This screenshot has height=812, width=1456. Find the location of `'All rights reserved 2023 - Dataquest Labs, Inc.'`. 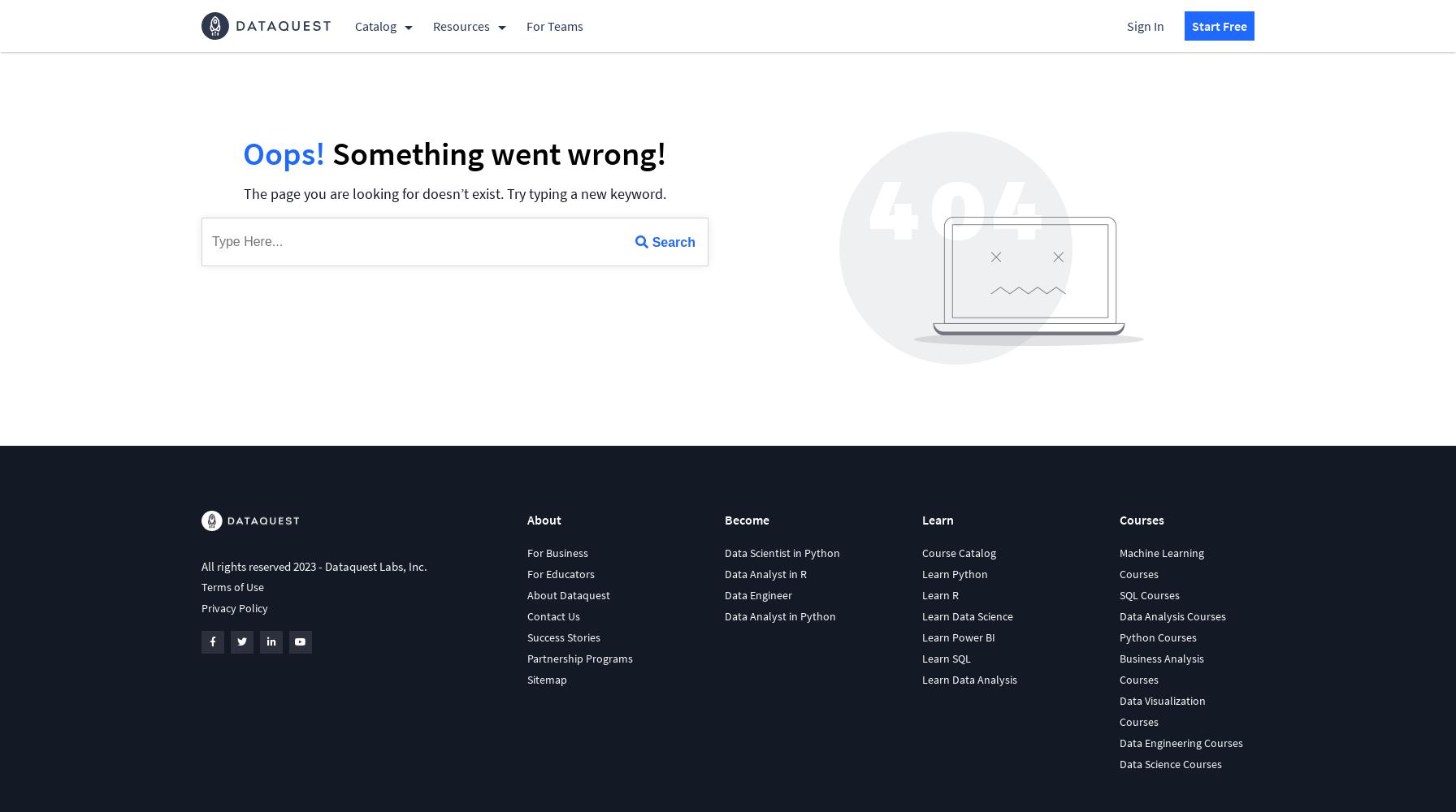

'All rights reserved 2023 - Dataquest Labs, Inc.' is located at coordinates (201, 565).